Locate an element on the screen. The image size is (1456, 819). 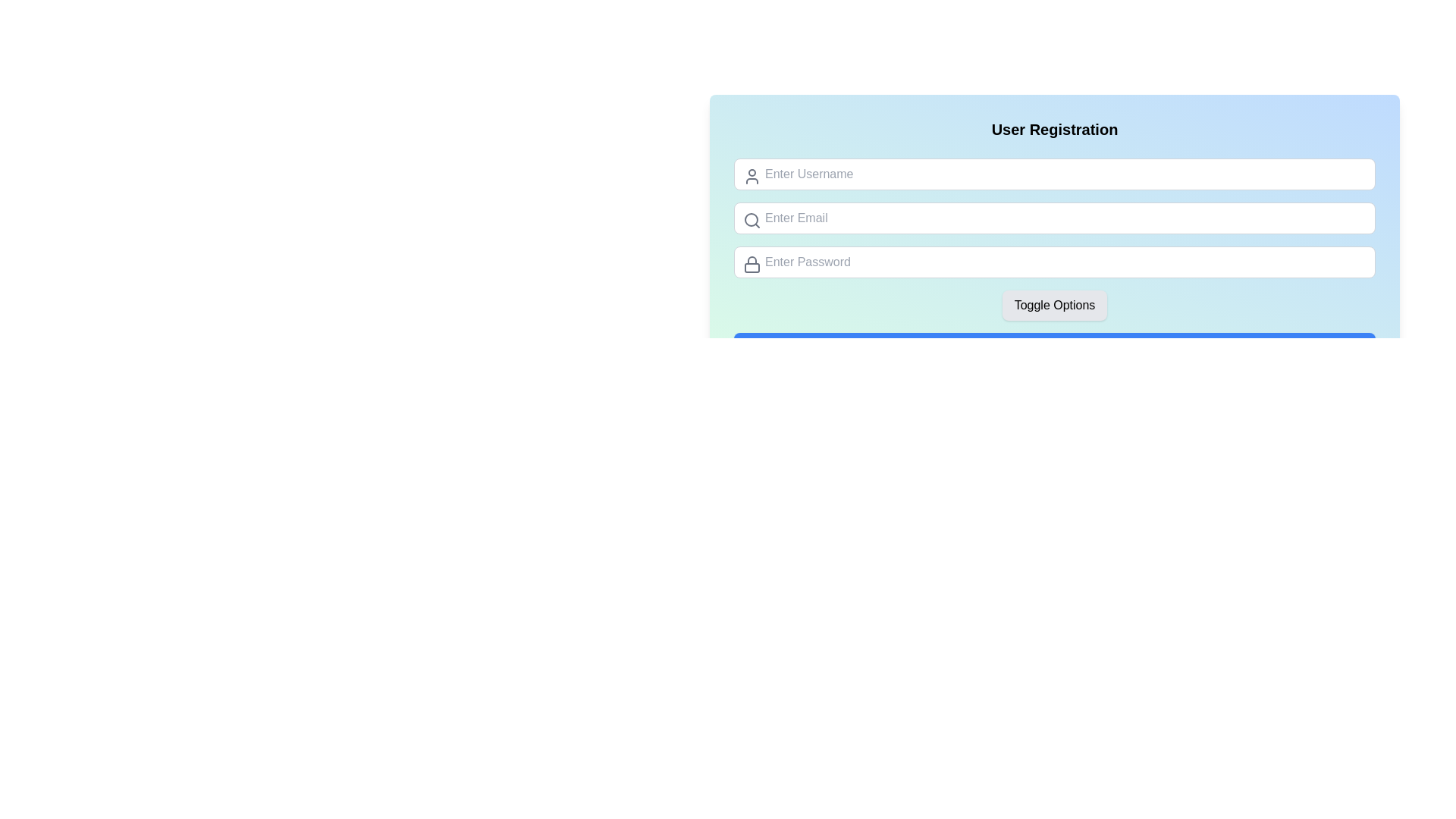
the button located beneath the password input field on the user registration form is located at coordinates (1053, 305).